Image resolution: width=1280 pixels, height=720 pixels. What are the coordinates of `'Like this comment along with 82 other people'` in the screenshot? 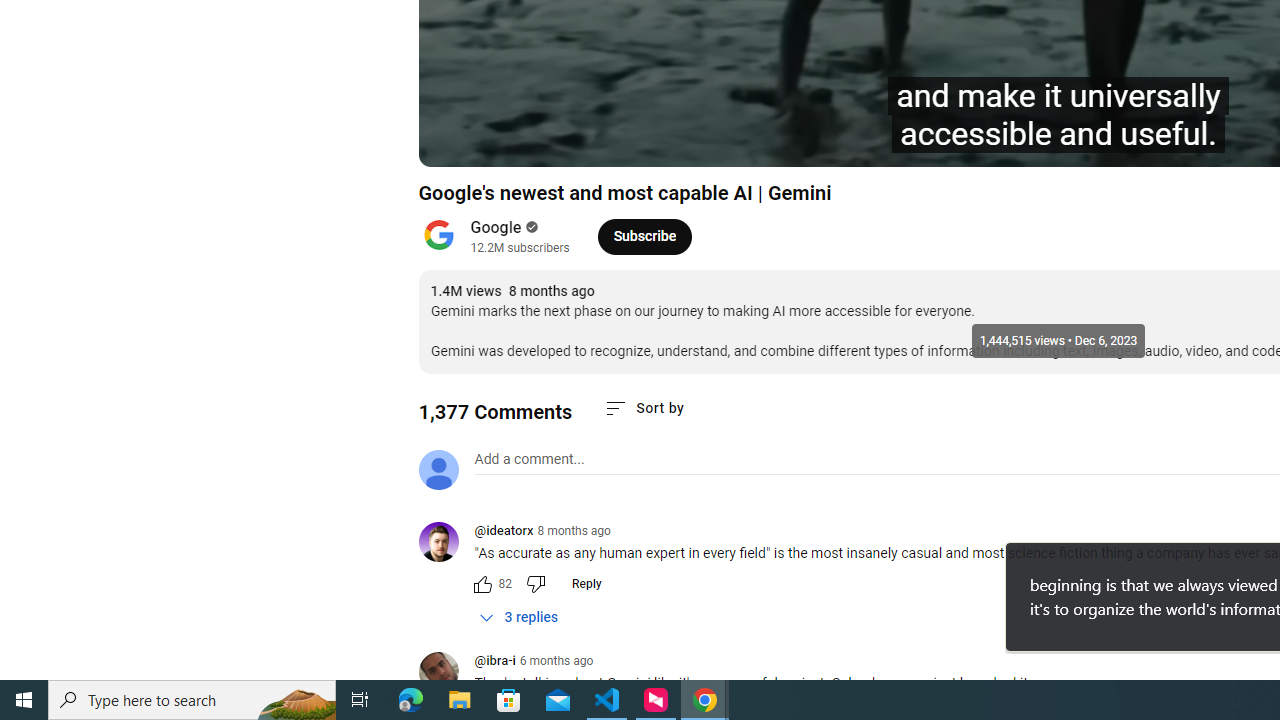 It's located at (482, 583).